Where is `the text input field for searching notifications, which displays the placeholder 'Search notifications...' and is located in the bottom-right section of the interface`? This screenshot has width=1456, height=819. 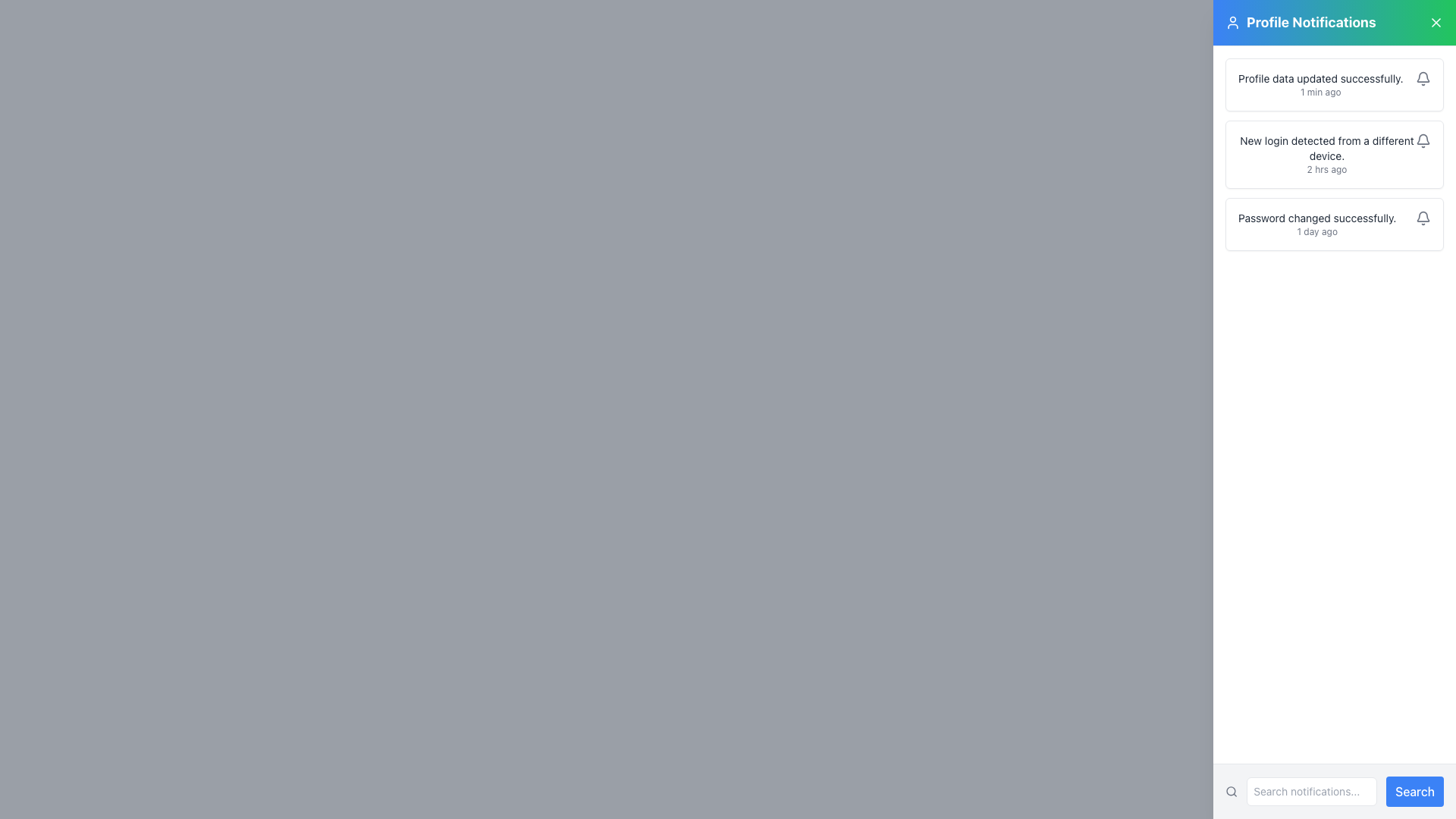
the text input field for searching notifications, which displays the placeholder 'Search notifications...' and is located in the bottom-right section of the interface is located at coordinates (1311, 791).